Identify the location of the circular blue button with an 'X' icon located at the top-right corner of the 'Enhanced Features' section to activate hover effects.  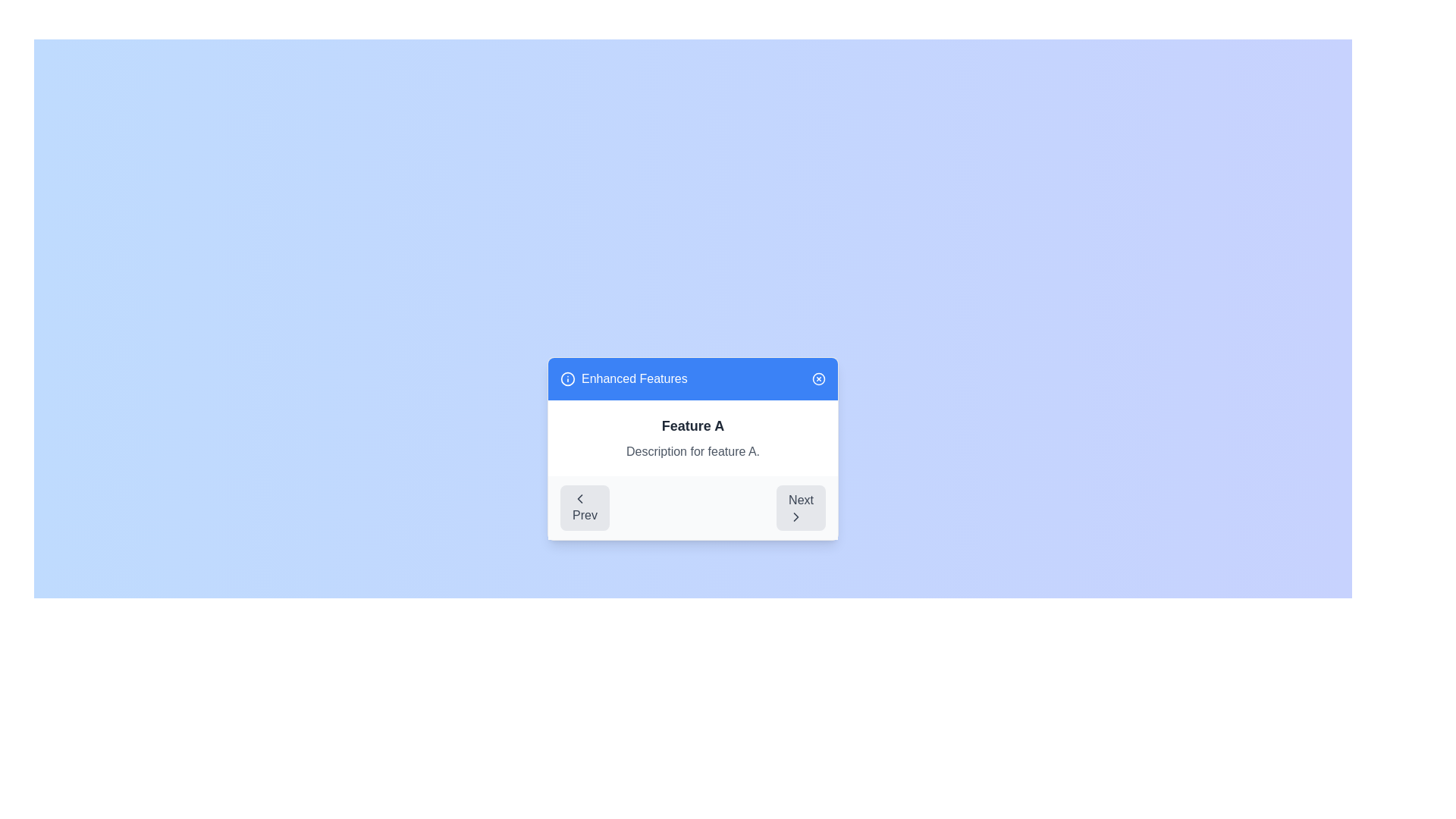
(818, 378).